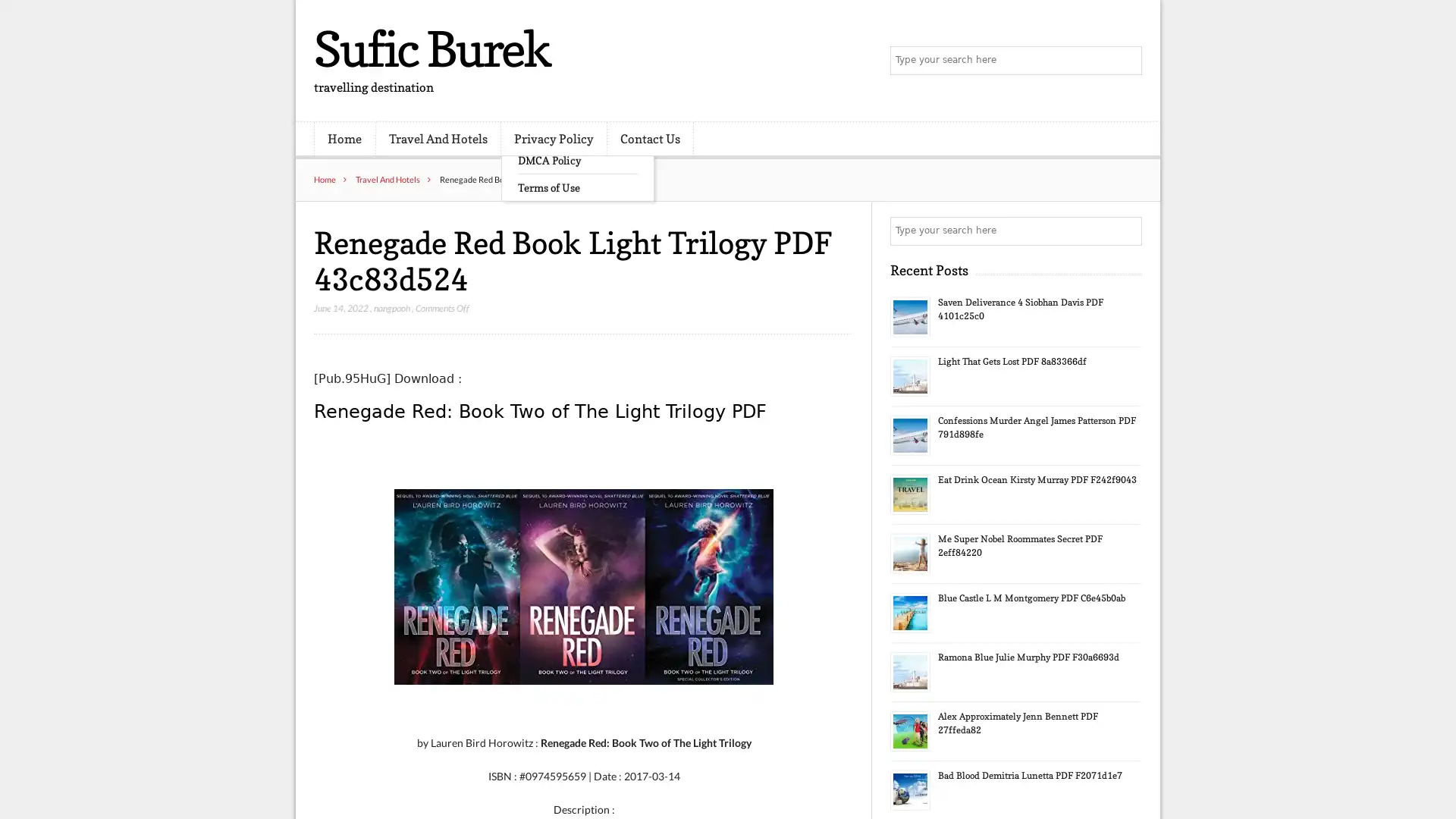 The width and height of the screenshot is (1456, 819). Describe the element at coordinates (1126, 231) in the screenshot. I see `Search` at that location.